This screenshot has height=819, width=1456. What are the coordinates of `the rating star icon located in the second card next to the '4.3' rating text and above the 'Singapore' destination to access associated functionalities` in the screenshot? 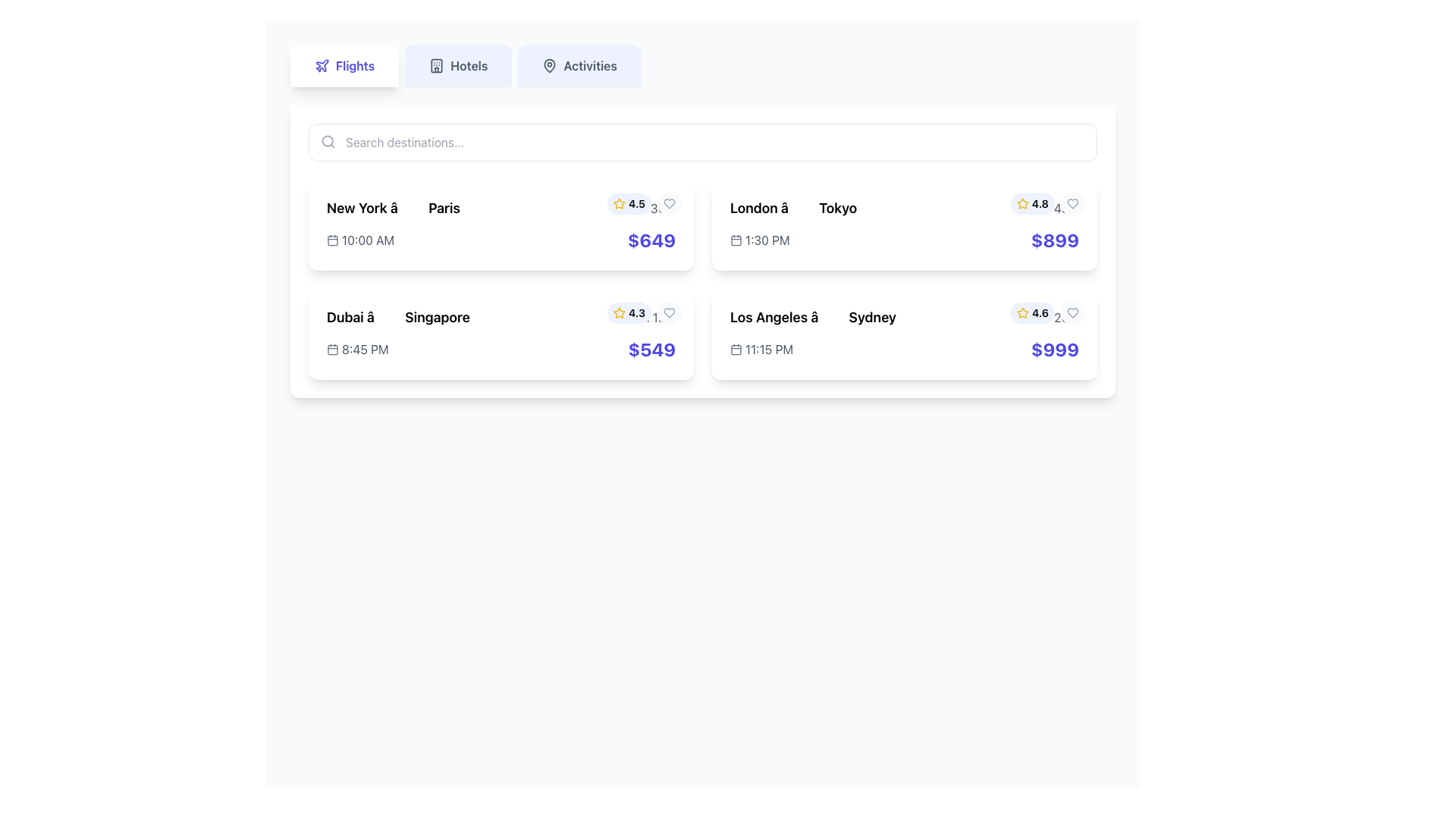 It's located at (619, 202).